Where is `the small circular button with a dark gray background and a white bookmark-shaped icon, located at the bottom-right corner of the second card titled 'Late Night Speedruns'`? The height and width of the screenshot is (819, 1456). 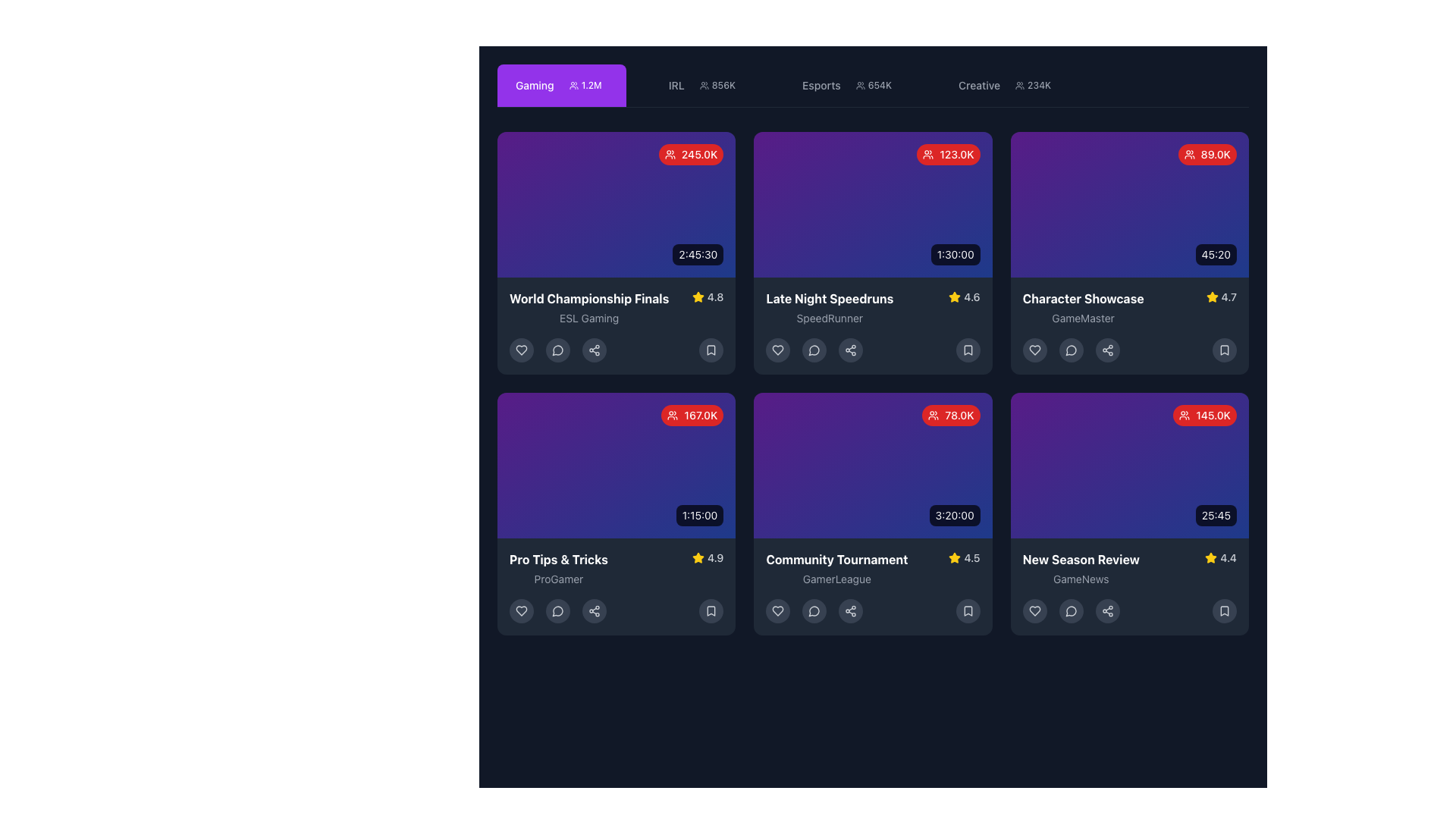
the small circular button with a dark gray background and a white bookmark-shaped icon, located at the bottom-right corner of the second card titled 'Late Night Speedruns' is located at coordinates (967, 350).